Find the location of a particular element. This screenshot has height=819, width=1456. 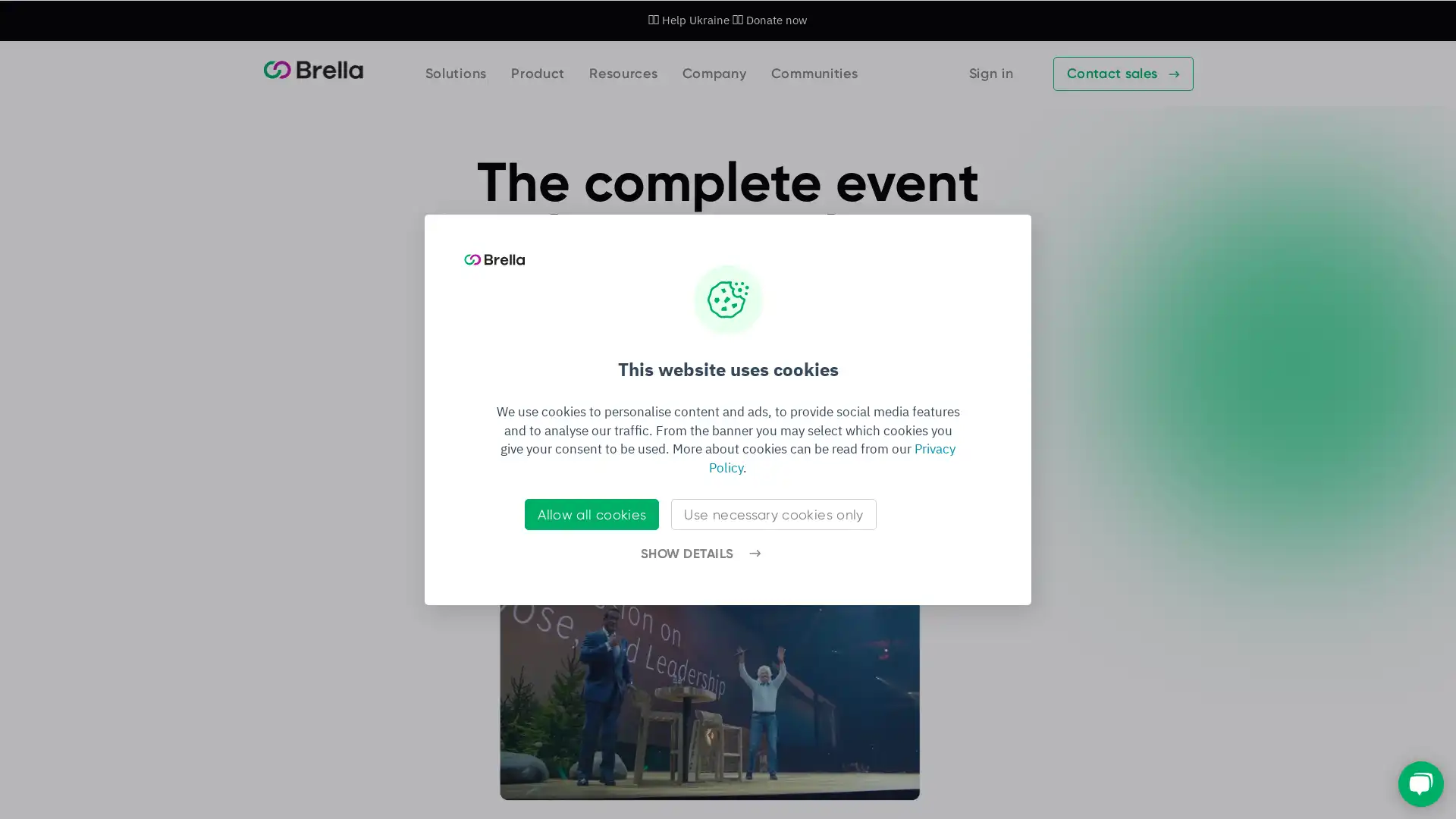

Use necessary cookies only is located at coordinates (773, 513).